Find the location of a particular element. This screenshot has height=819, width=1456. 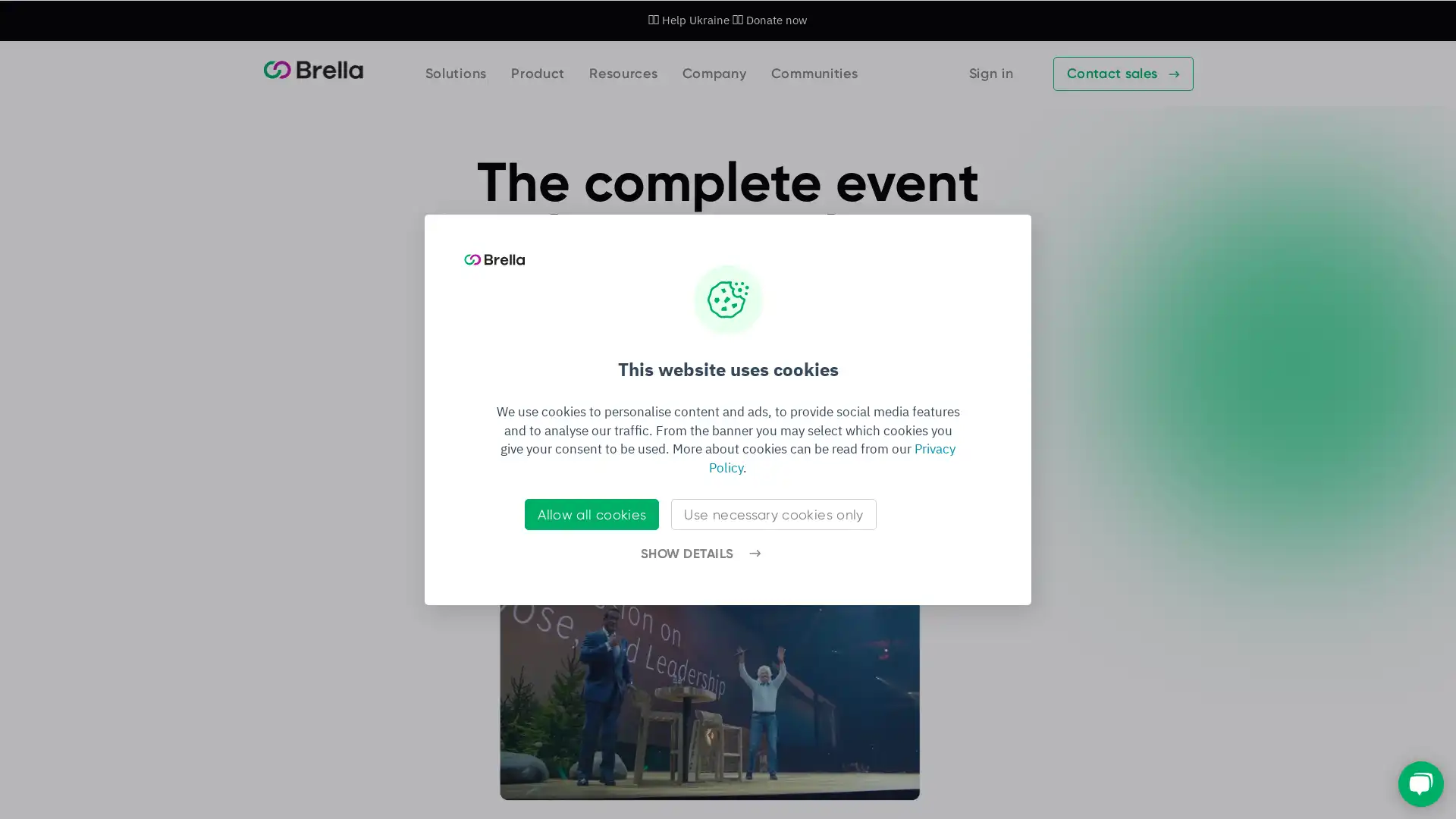

Use necessary cookies only is located at coordinates (773, 513).